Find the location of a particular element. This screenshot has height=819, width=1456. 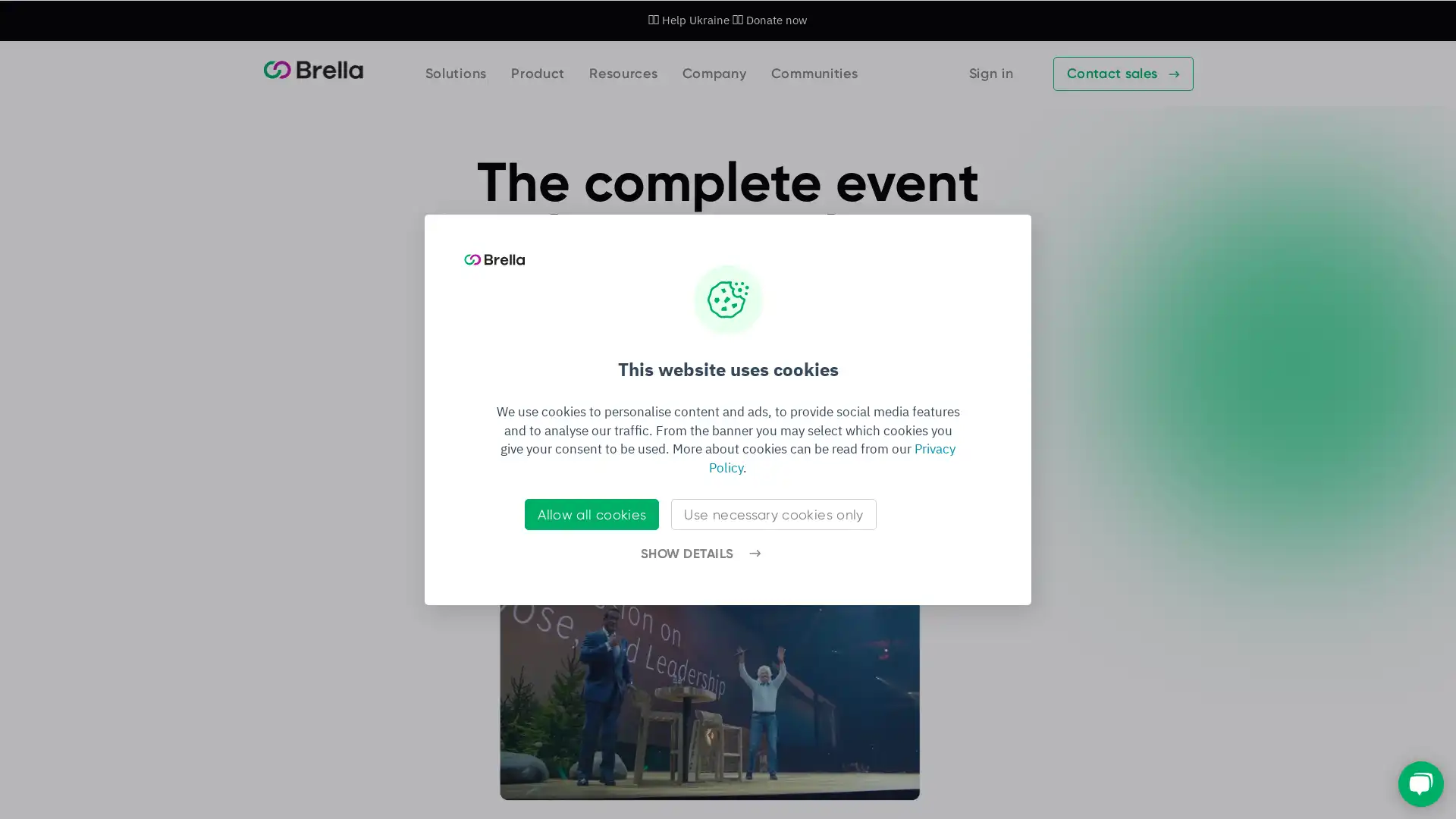

Use necessary cookies only is located at coordinates (773, 513).